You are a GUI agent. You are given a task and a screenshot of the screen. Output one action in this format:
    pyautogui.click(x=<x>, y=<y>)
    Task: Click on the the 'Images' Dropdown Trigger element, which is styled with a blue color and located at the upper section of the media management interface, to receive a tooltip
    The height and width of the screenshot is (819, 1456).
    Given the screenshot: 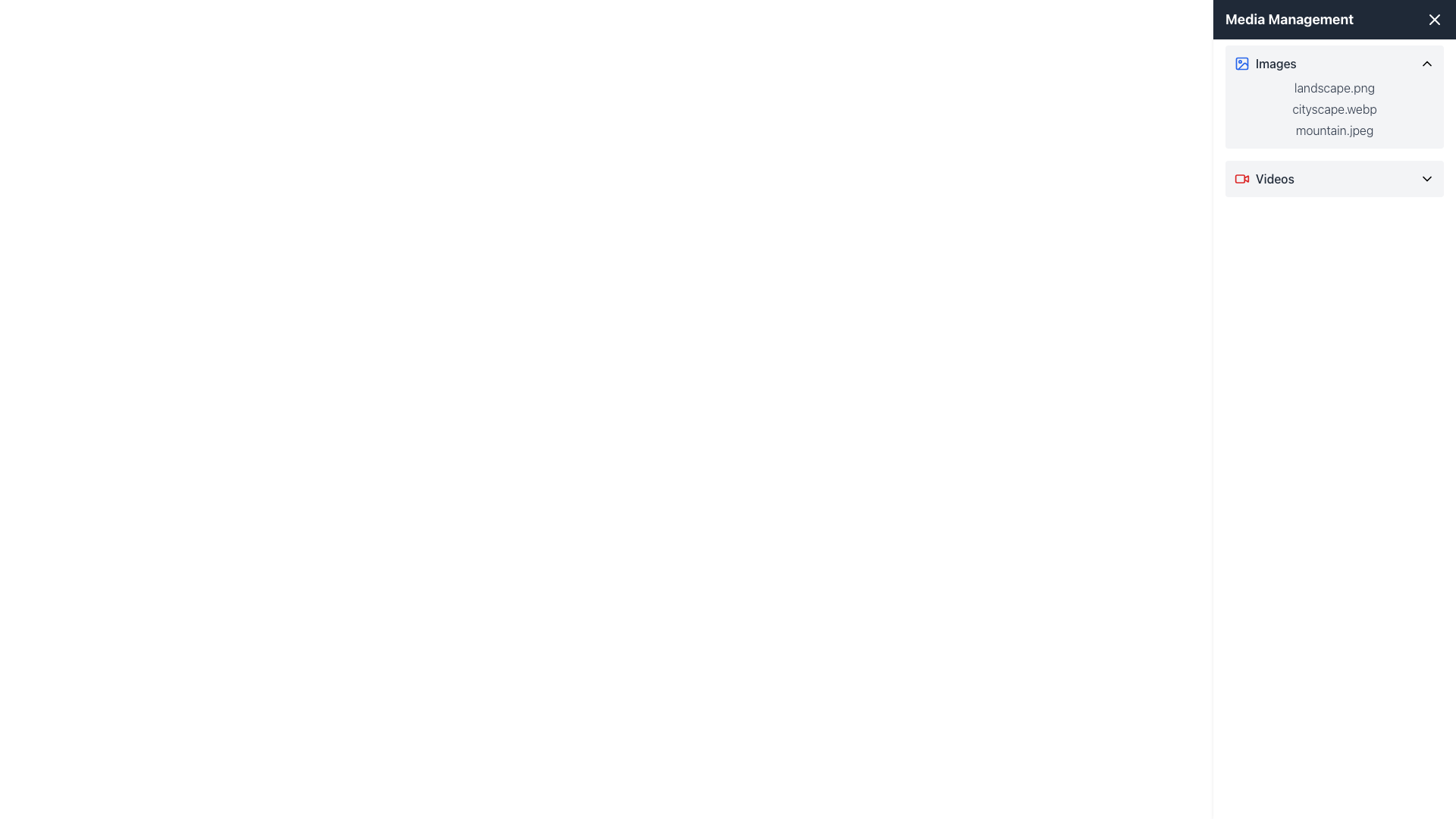 What is the action you would take?
    pyautogui.click(x=1335, y=63)
    